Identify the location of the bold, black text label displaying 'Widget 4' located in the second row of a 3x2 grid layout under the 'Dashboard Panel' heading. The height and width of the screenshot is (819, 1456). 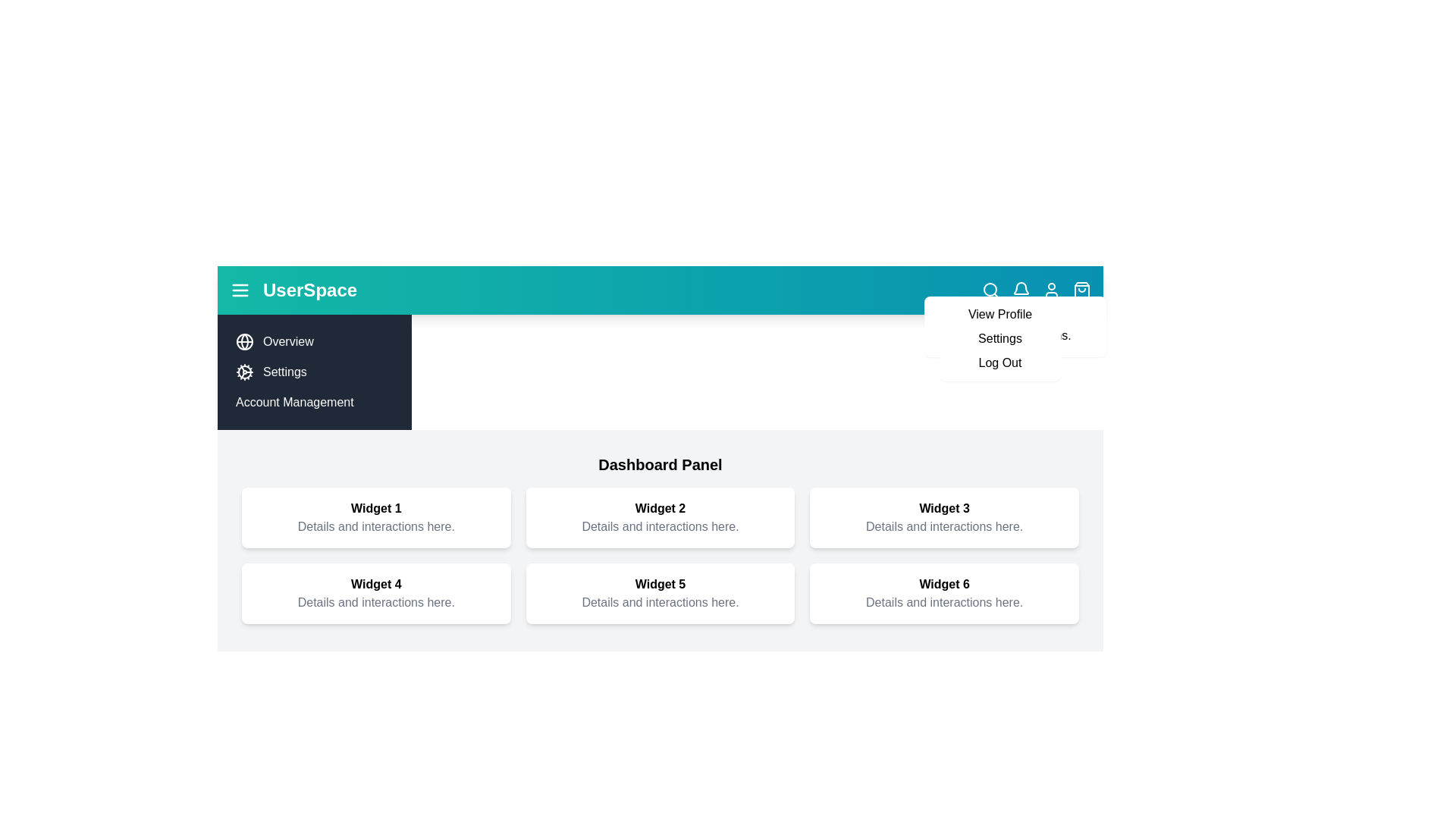
(376, 584).